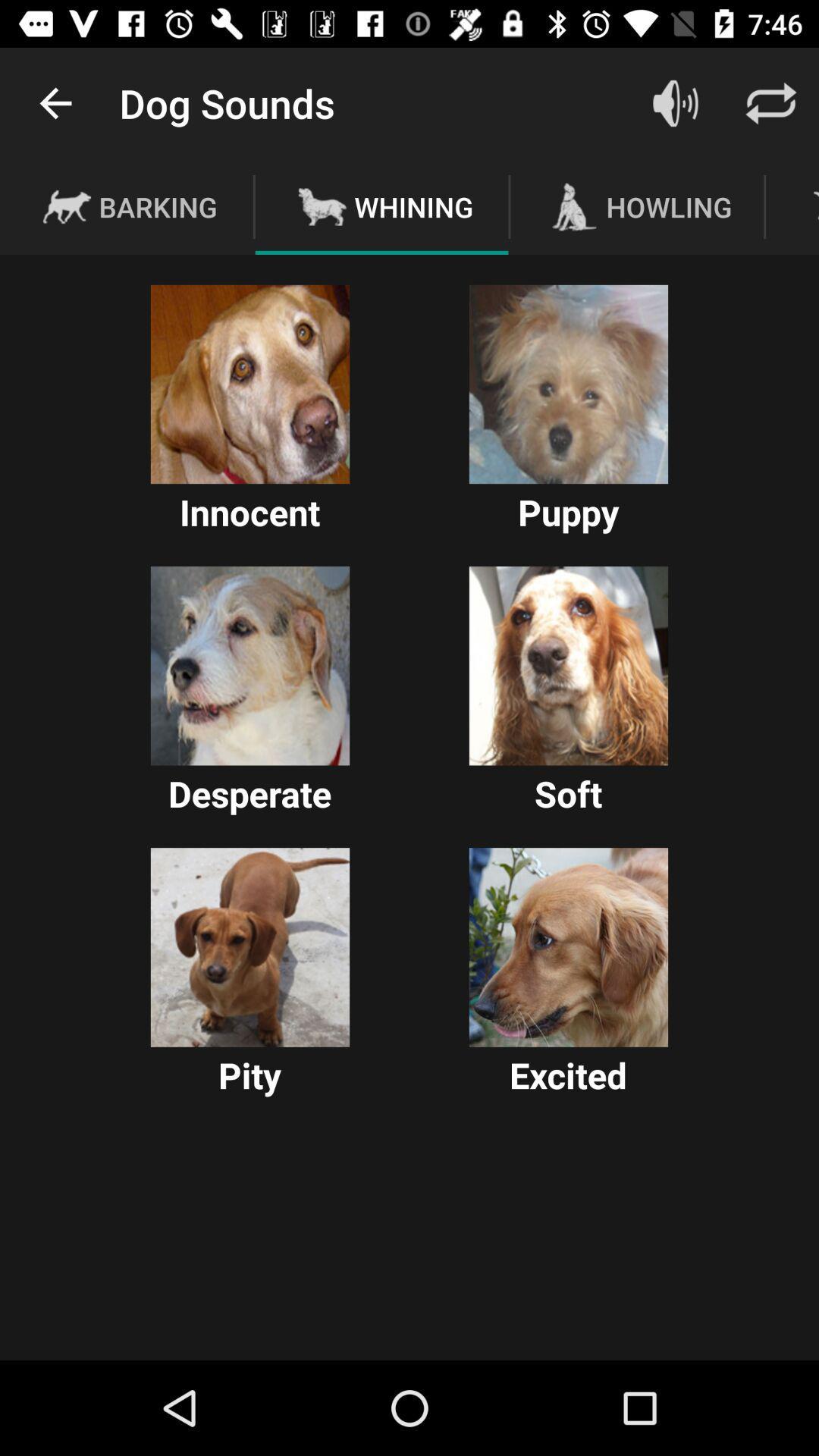  What do you see at coordinates (568, 666) in the screenshot?
I see `hear that sound` at bounding box center [568, 666].